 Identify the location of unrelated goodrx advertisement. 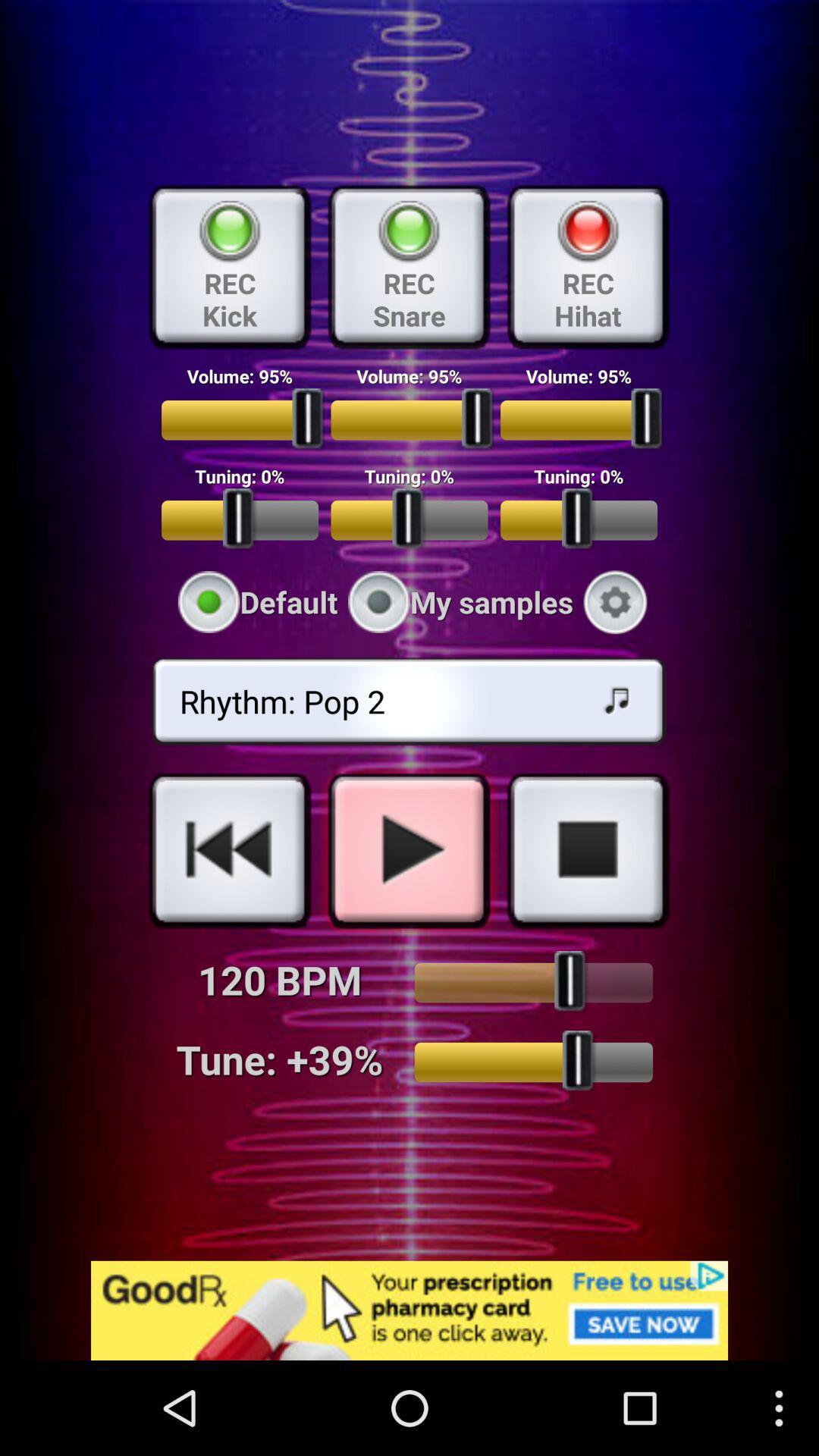
(409, 1310).